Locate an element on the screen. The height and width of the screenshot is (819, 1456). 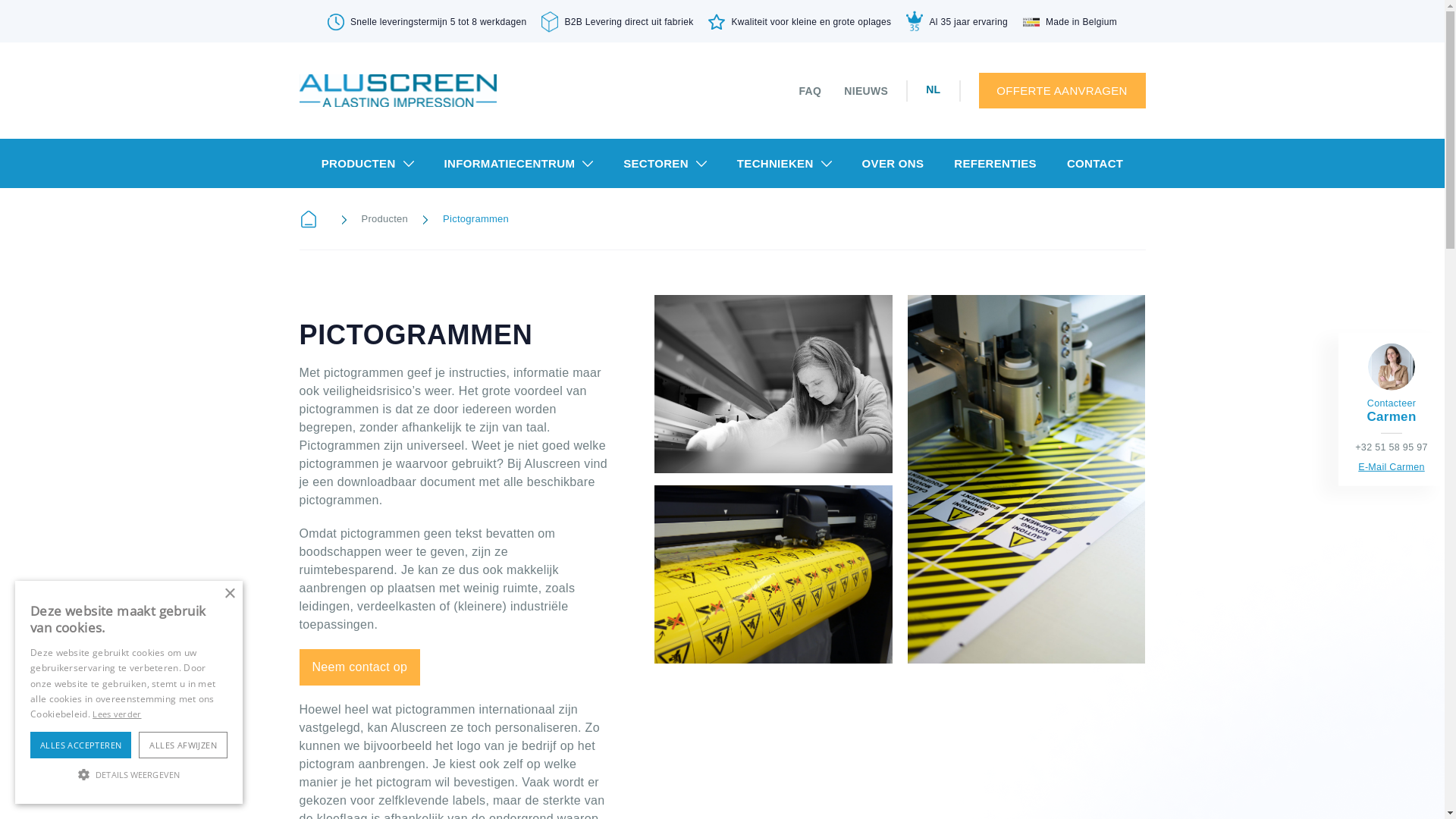
'Contacteer is located at coordinates (1366, 409).